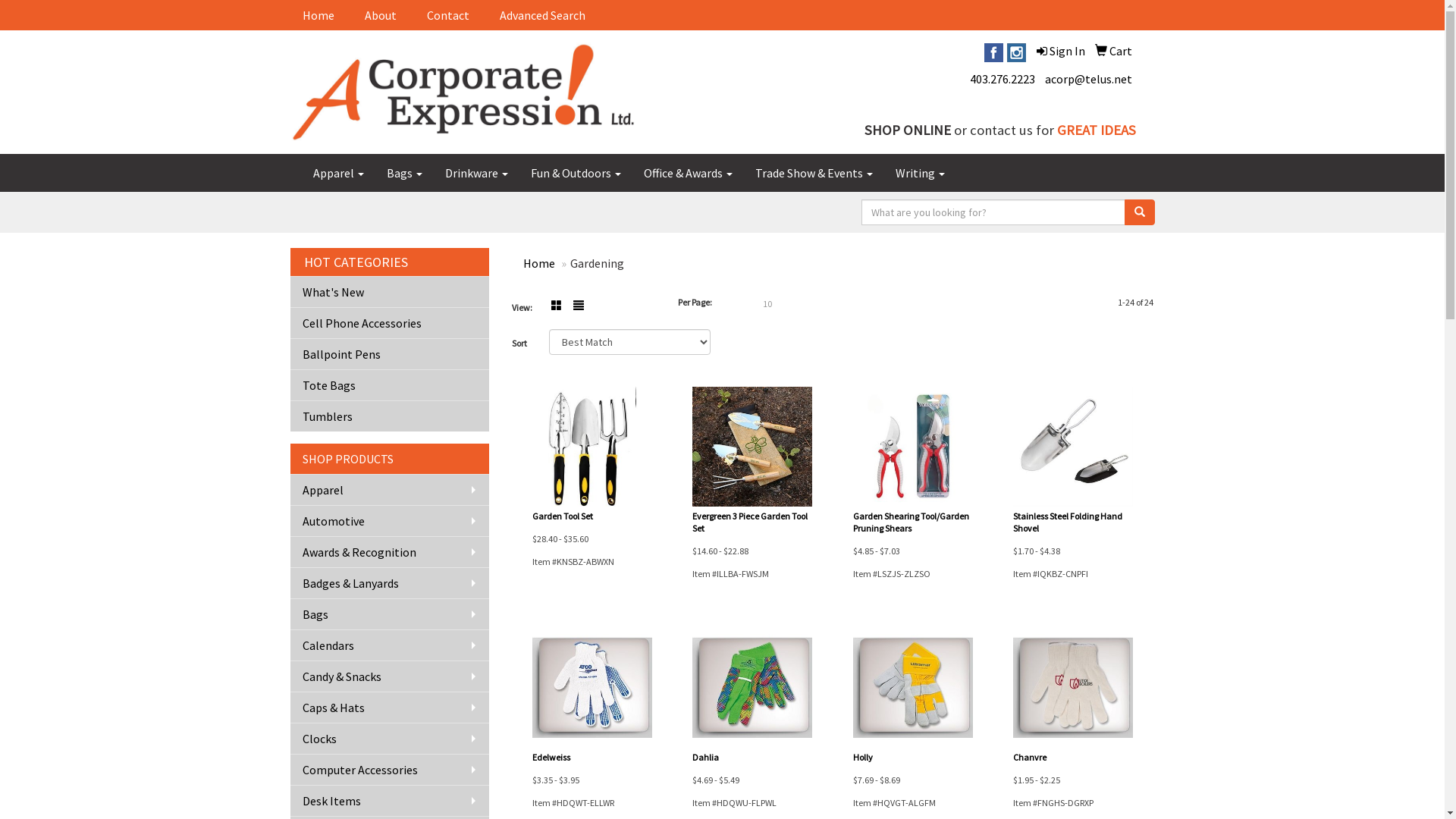 The width and height of the screenshot is (1456, 819). I want to click on 'Cart', so click(1113, 49).